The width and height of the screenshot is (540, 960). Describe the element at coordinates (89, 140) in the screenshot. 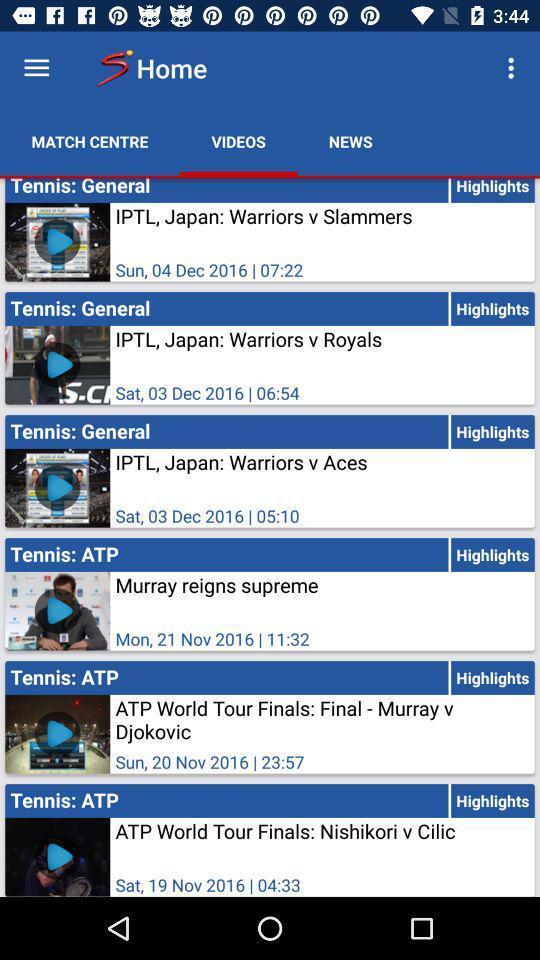

I see `item to the left of the videos icon` at that location.